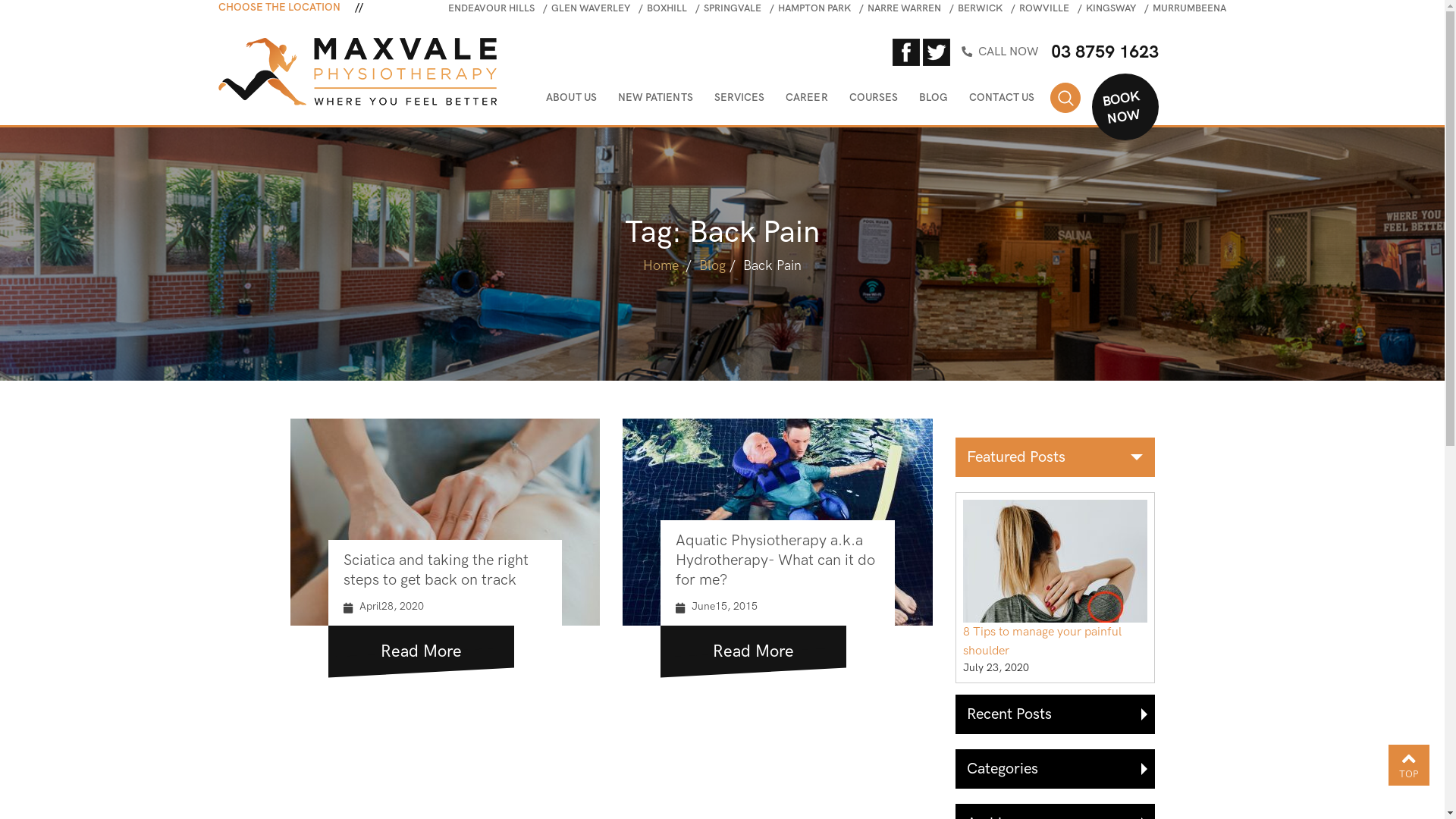  What do you see at coordinates (1055, 587) in the screenshot?
I see `'8 Tips to manage your painful shoulder` at bounding box center [1055, 587].